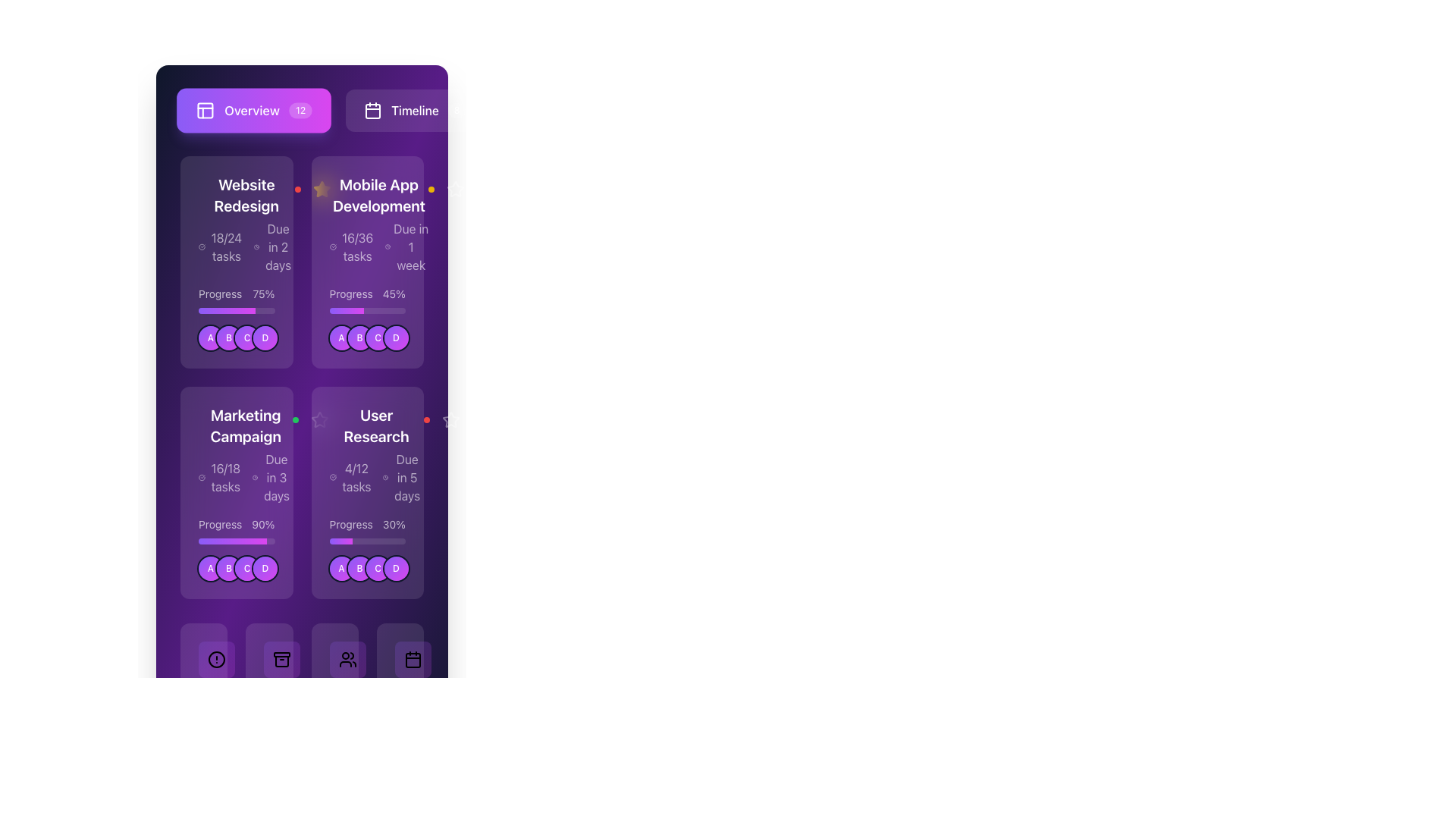  I want to click on fourth circular avatar located at the bottom section of the 'User Research' panel for user details, so click(396, 568).